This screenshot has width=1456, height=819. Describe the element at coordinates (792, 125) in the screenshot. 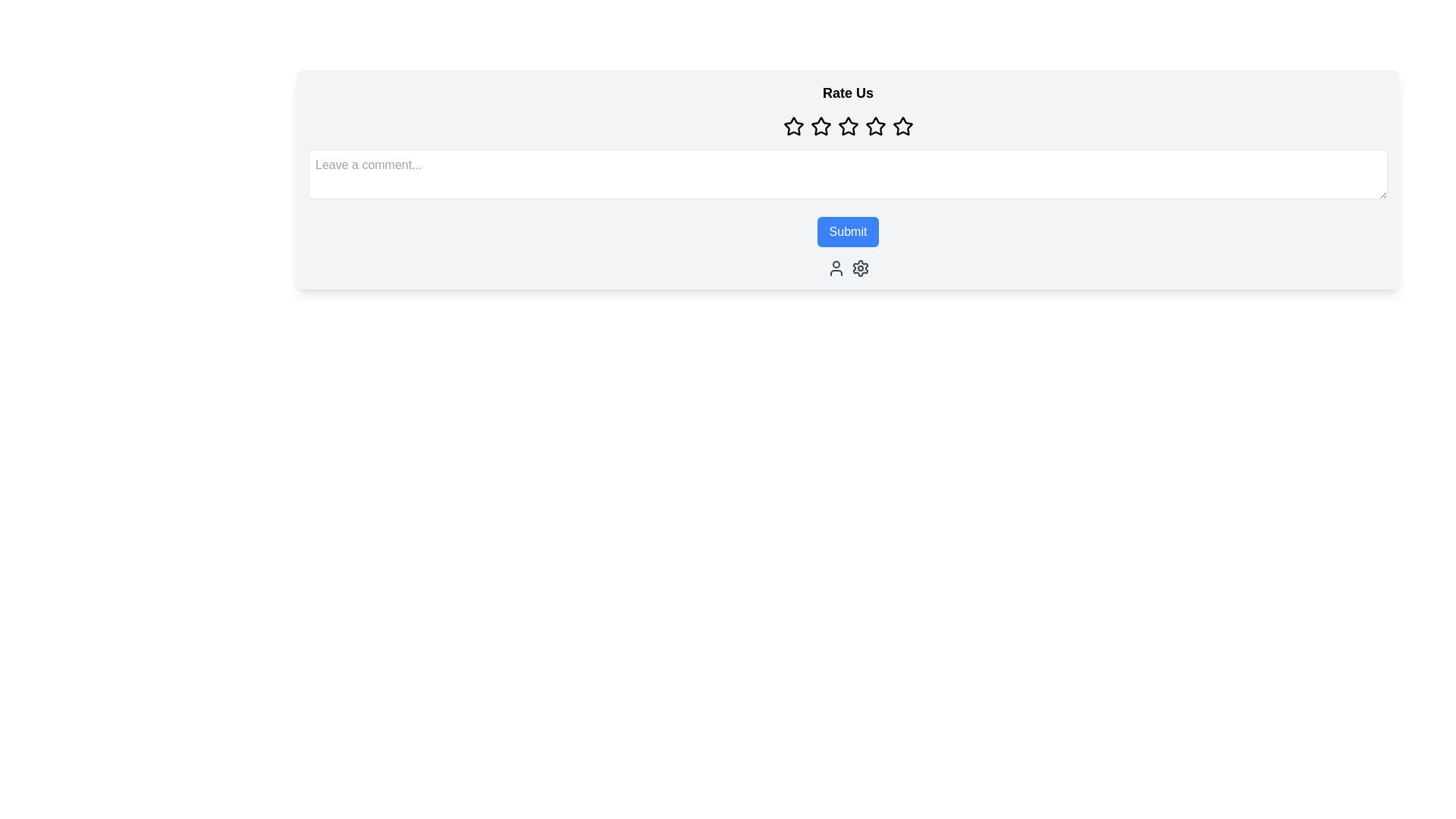

I see `the first star icon in the rating system for accessibility navigation, located below the 'Rate Us' text` at that location.